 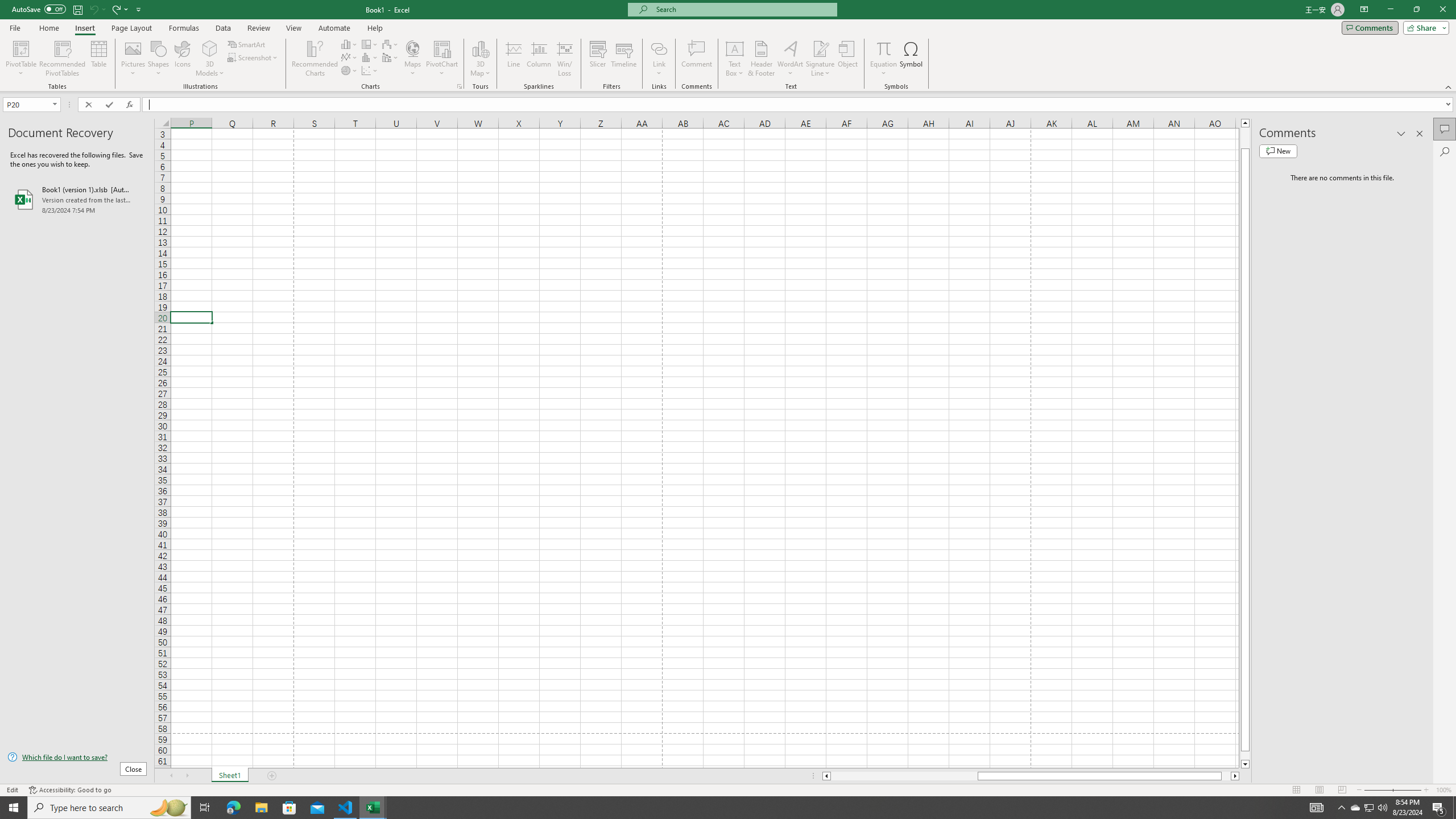 What do you see at coordinates (883, 48) in the screenshot?
I see `'Equation'` at bounding box center [883, 48].